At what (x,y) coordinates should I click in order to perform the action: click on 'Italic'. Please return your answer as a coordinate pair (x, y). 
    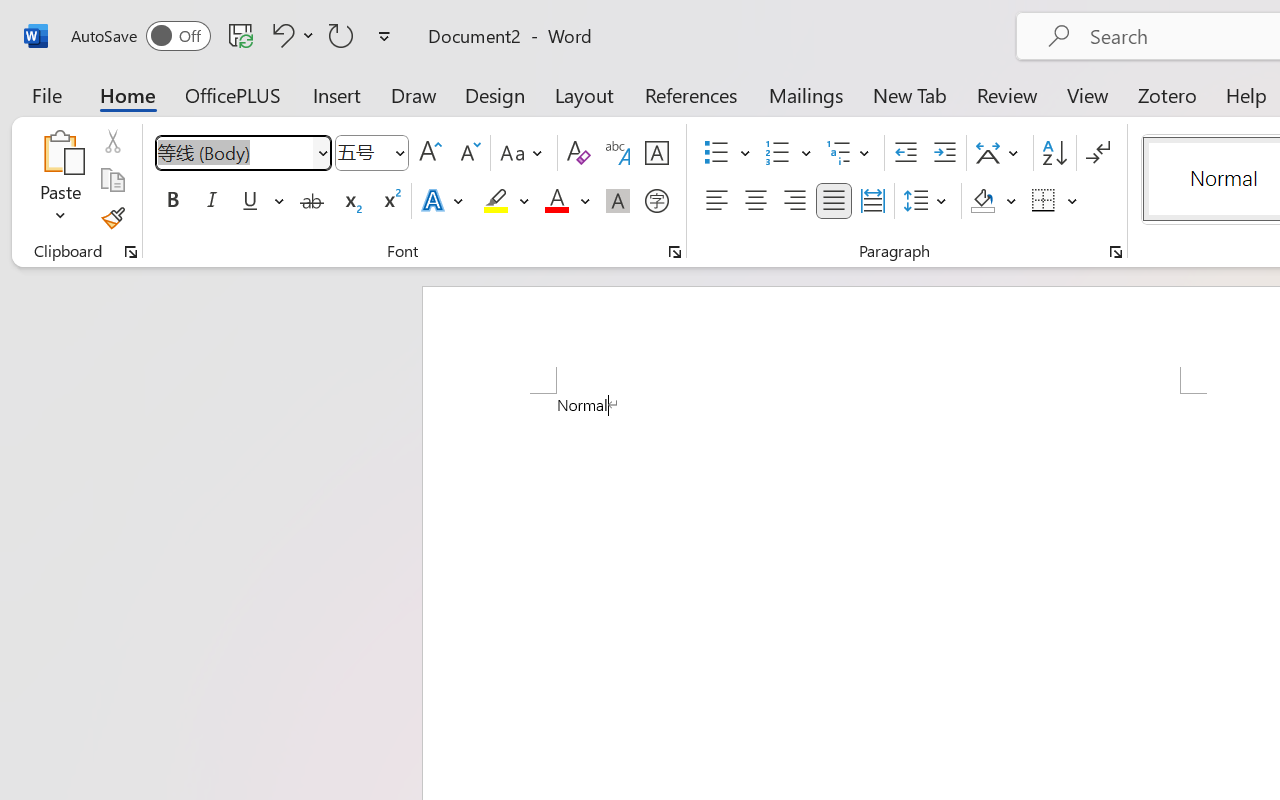
    Looking at the image, I should click on (212, 201).